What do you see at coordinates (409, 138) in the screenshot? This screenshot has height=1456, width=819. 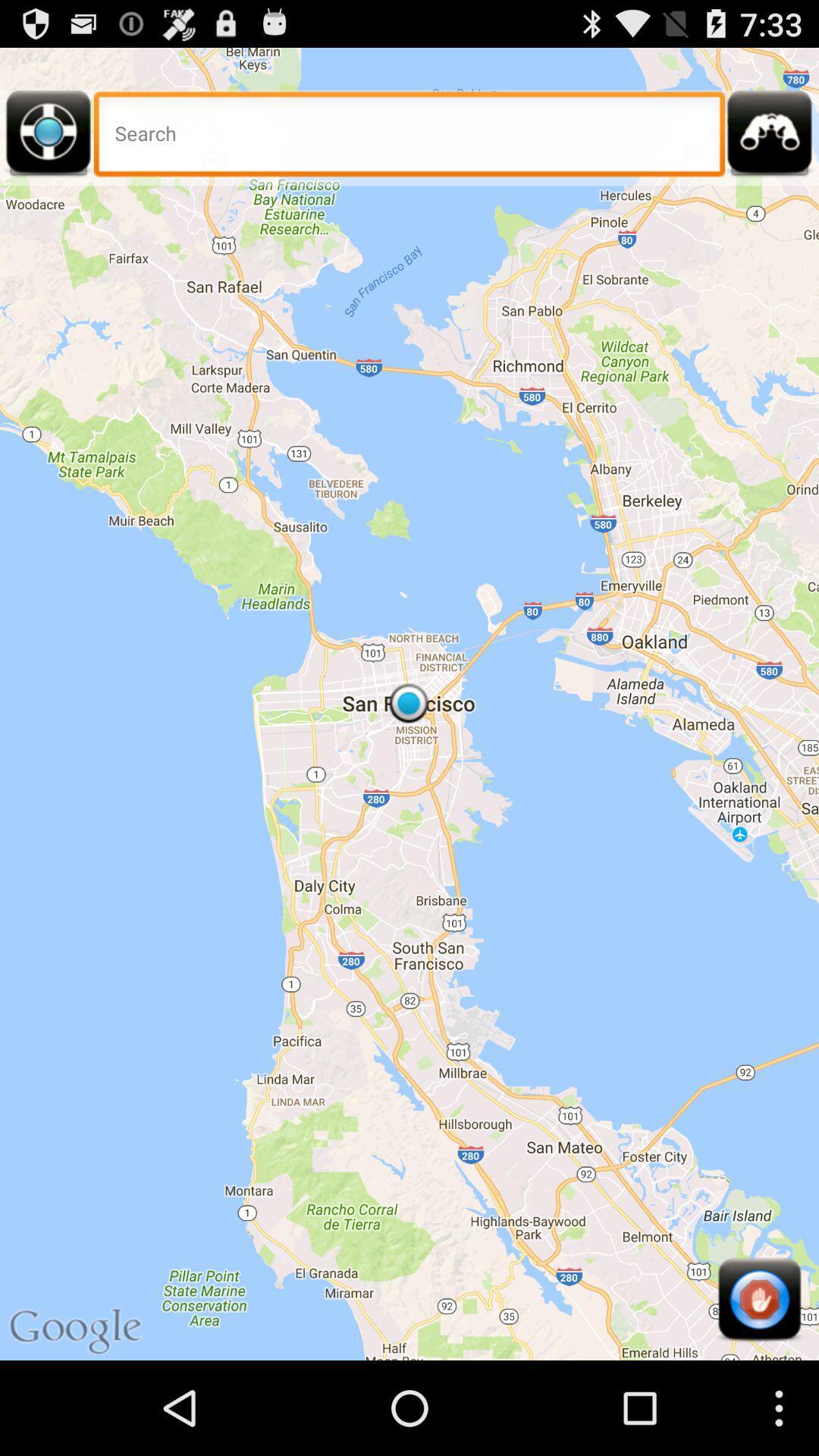 I see `search bar` at bounding box center [409, 138].